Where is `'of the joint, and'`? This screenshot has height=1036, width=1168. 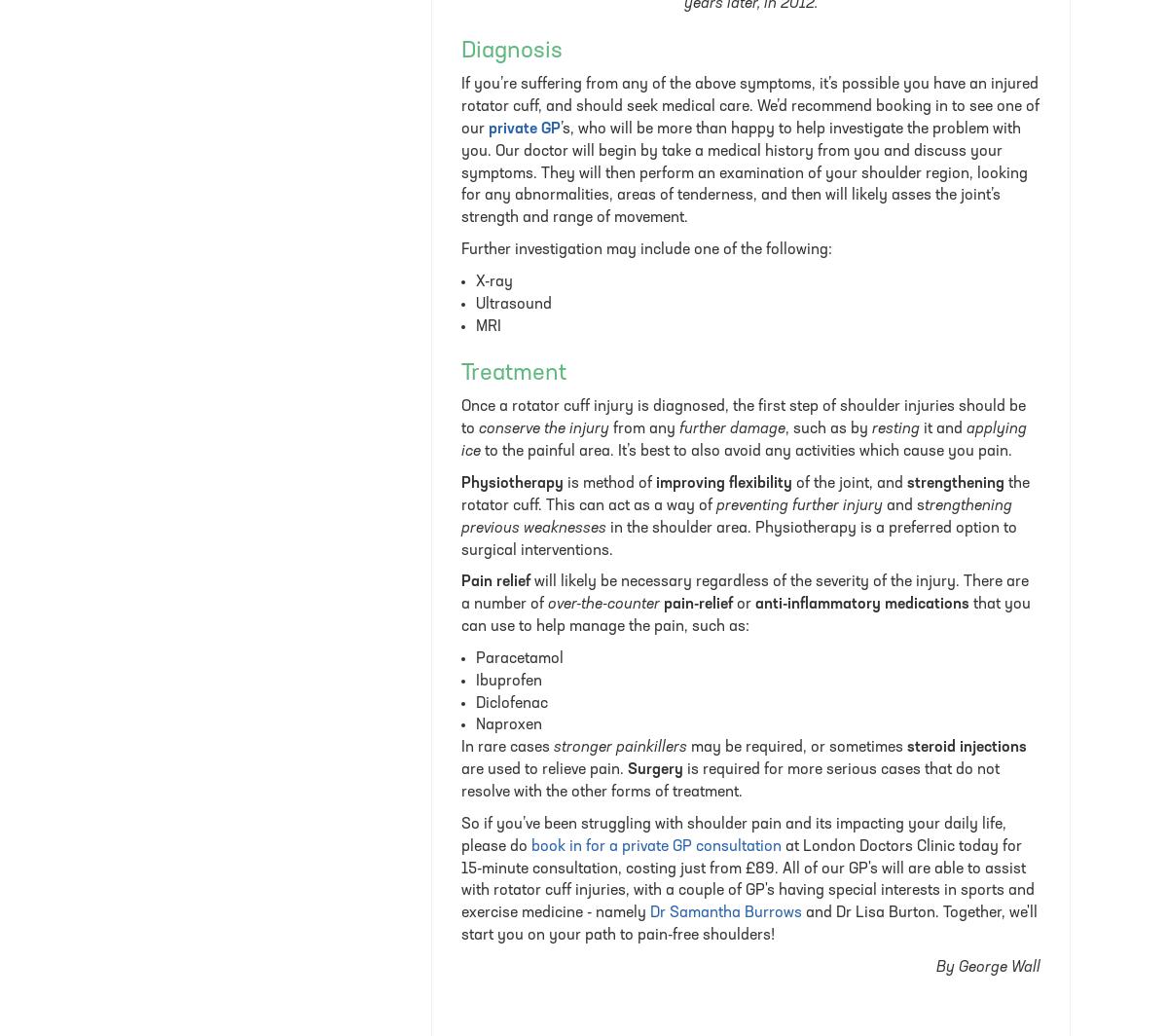 'of the joint, and' is located at coordinates (849, 483).